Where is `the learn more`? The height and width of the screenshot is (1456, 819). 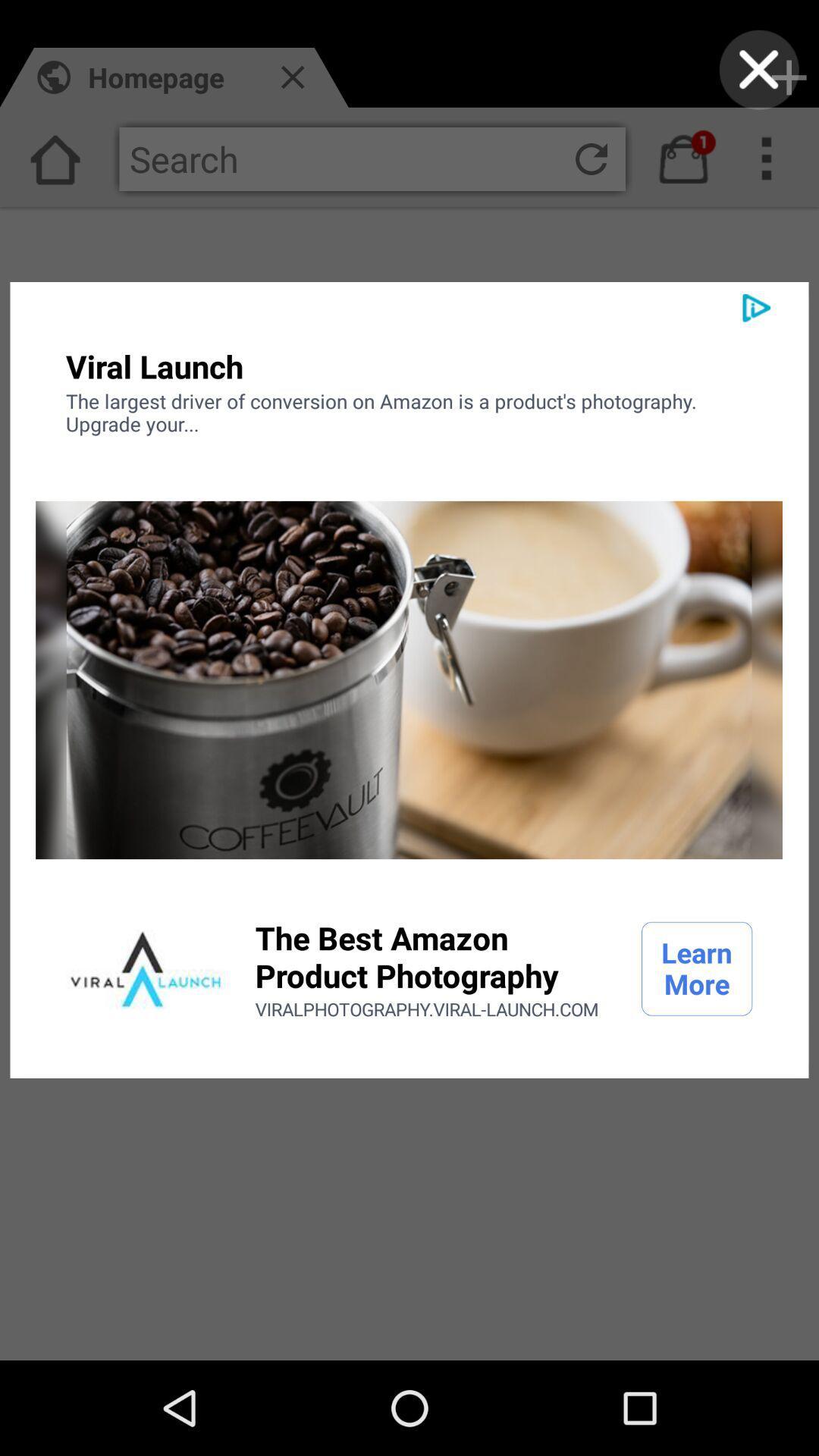 the learn more is located at coordinates (697, 968).